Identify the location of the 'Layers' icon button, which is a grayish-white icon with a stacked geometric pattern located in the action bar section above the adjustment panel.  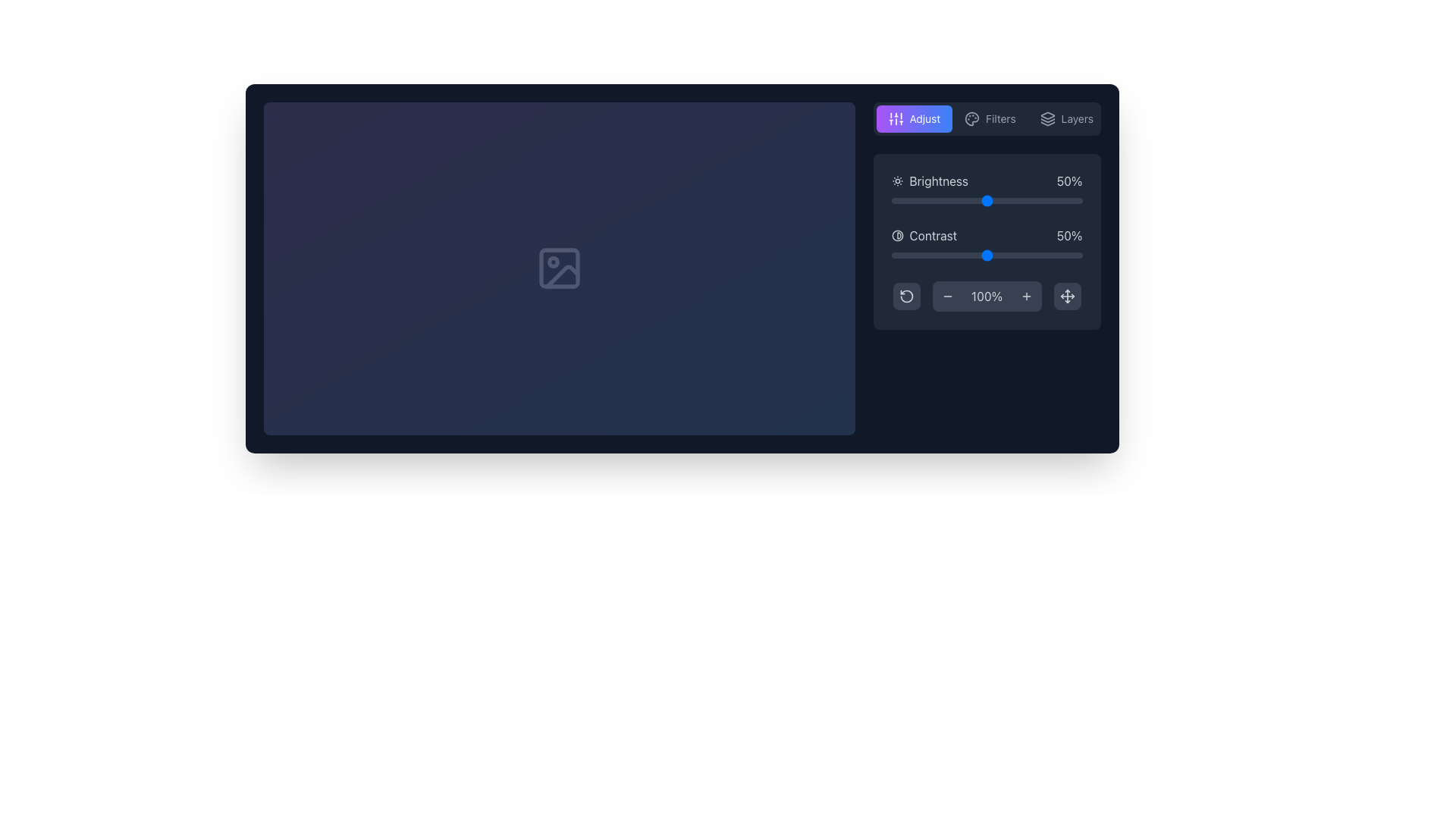
(1046, 118).